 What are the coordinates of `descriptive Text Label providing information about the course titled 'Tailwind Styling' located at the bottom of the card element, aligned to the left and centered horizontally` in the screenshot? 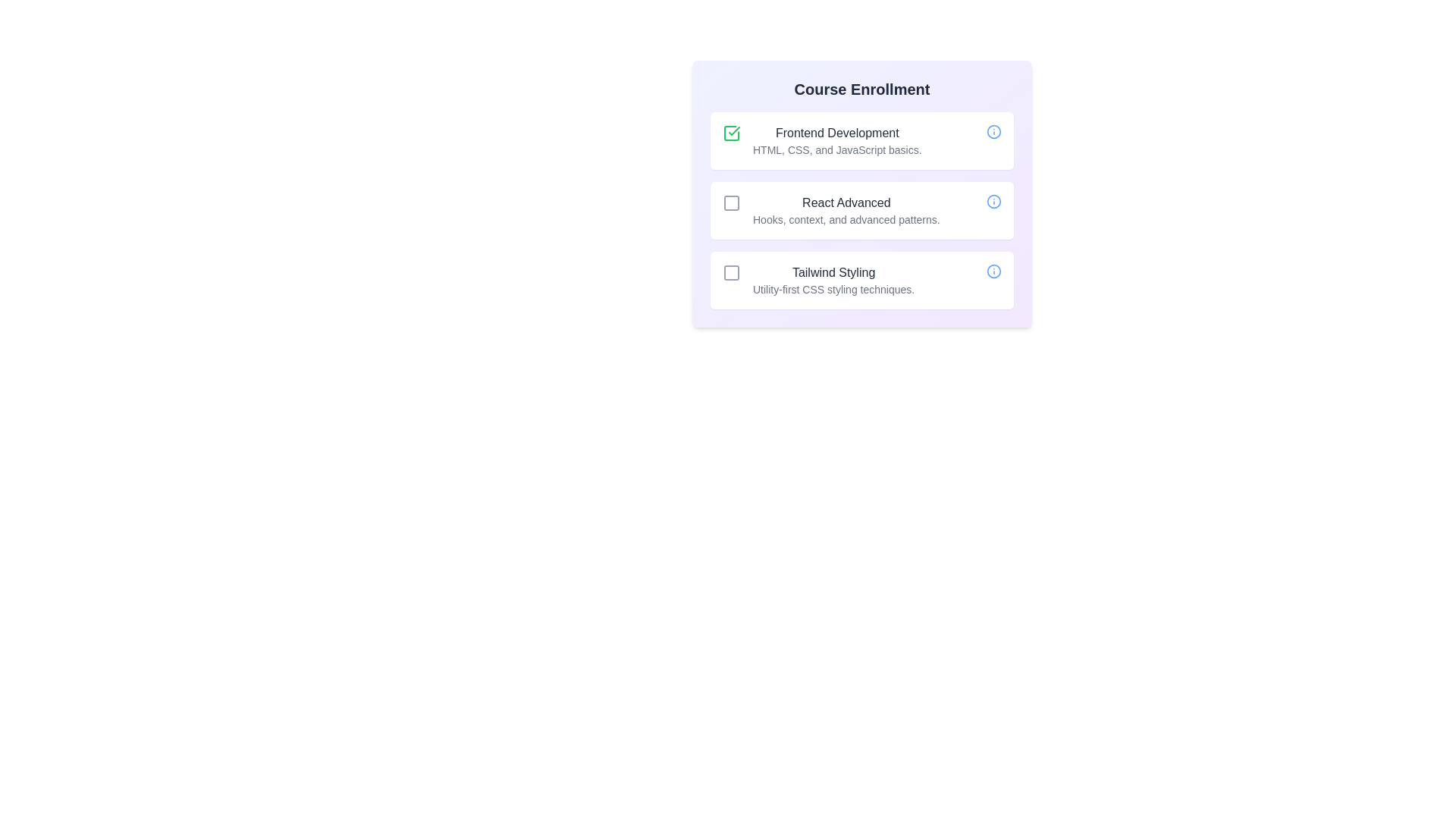 It's located at (833, 289).